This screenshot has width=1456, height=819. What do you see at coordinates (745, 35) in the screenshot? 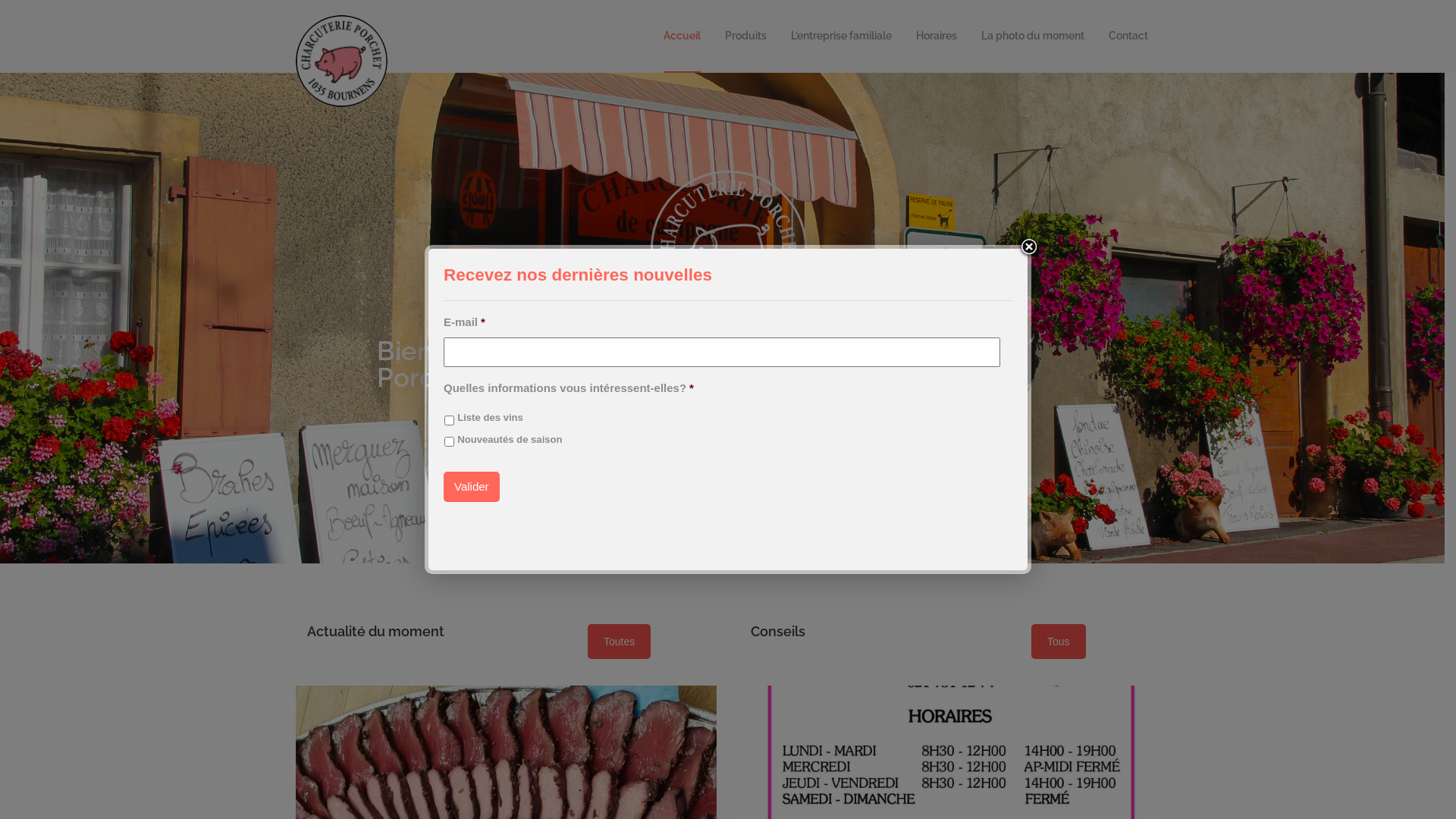
I see `'Produits'` at bounding box center [745, 35].